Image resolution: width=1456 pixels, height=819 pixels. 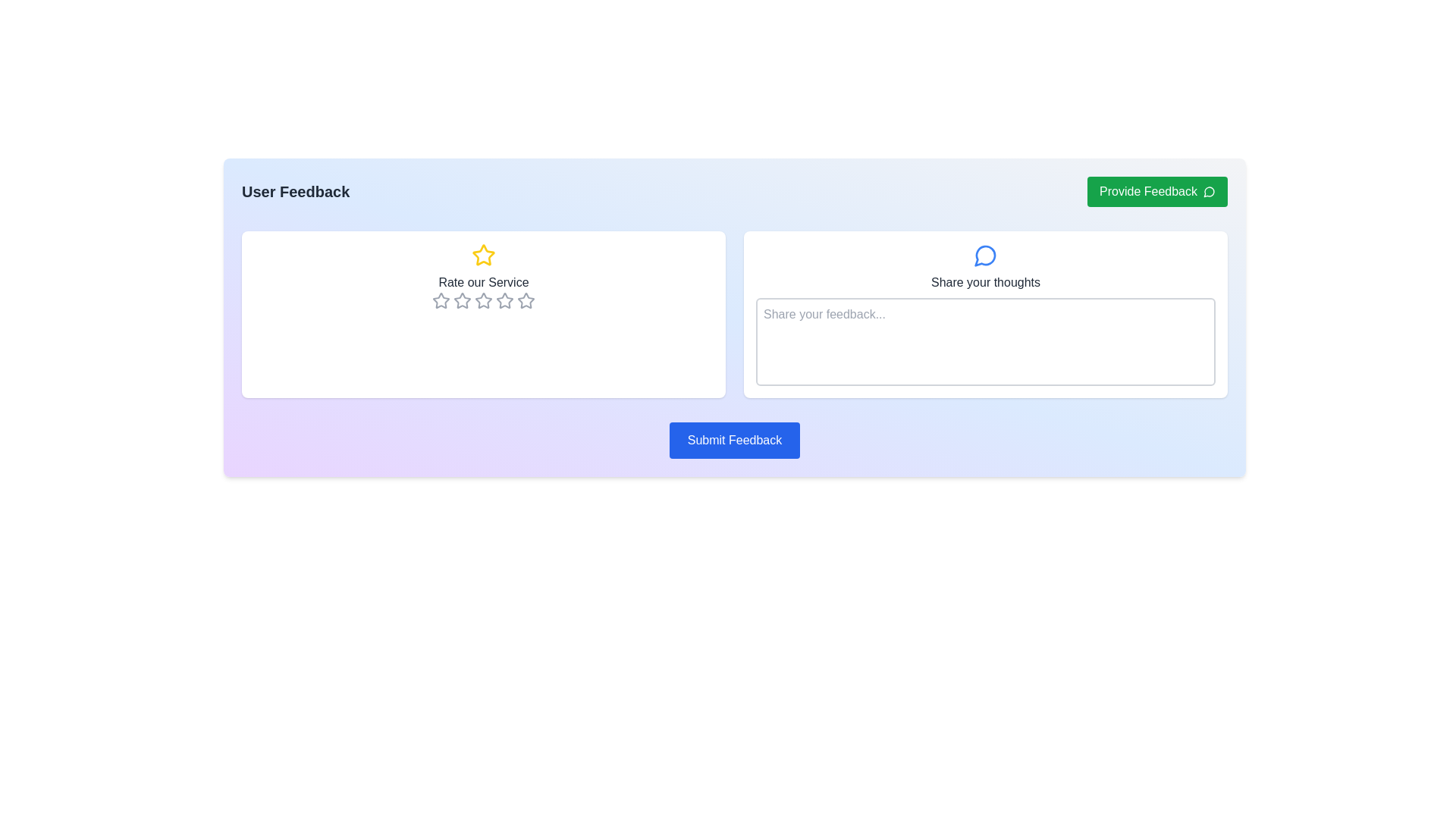 What do you see at coordinates (483, 301) in the screenshot?
I see `the third star of the Rating Control (Stars) within the 'Rate our Service' feedback card` at bounding box center [483, 301].